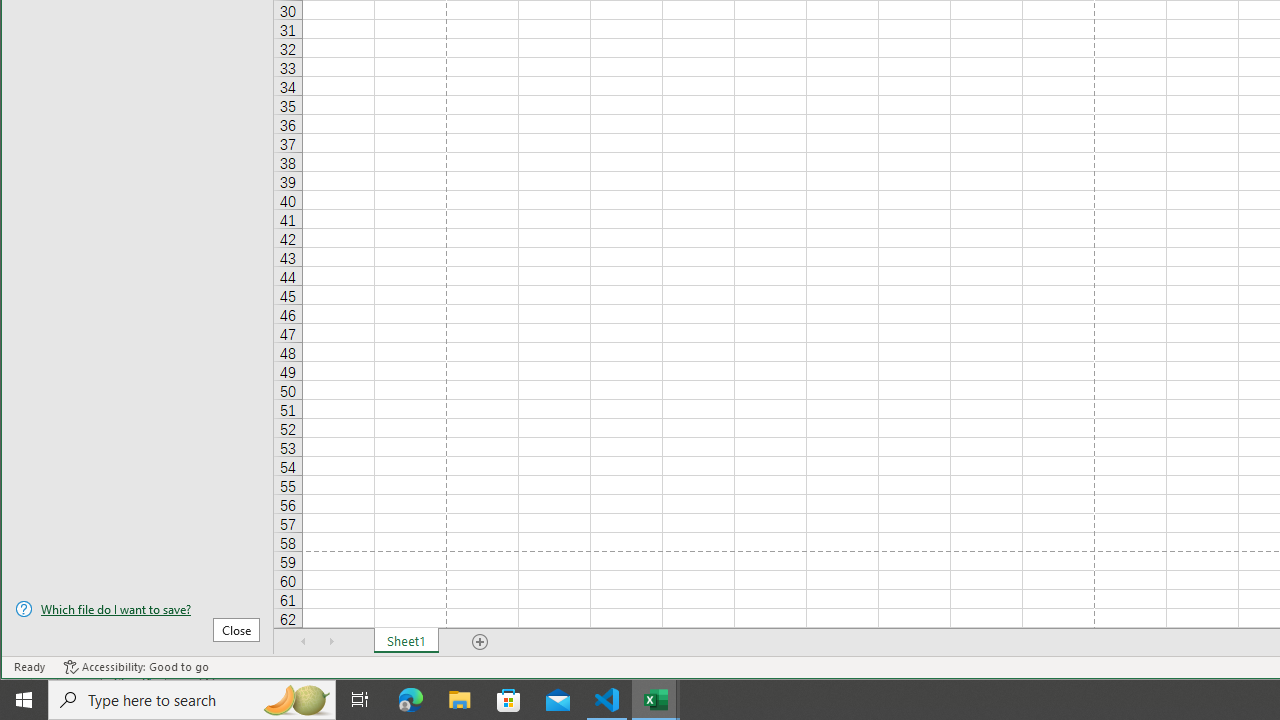  What do you see at coordinates (656, 698) in the screenshot?
I see `'Excel - 2 running windows'` at bounding box center [656, 698].